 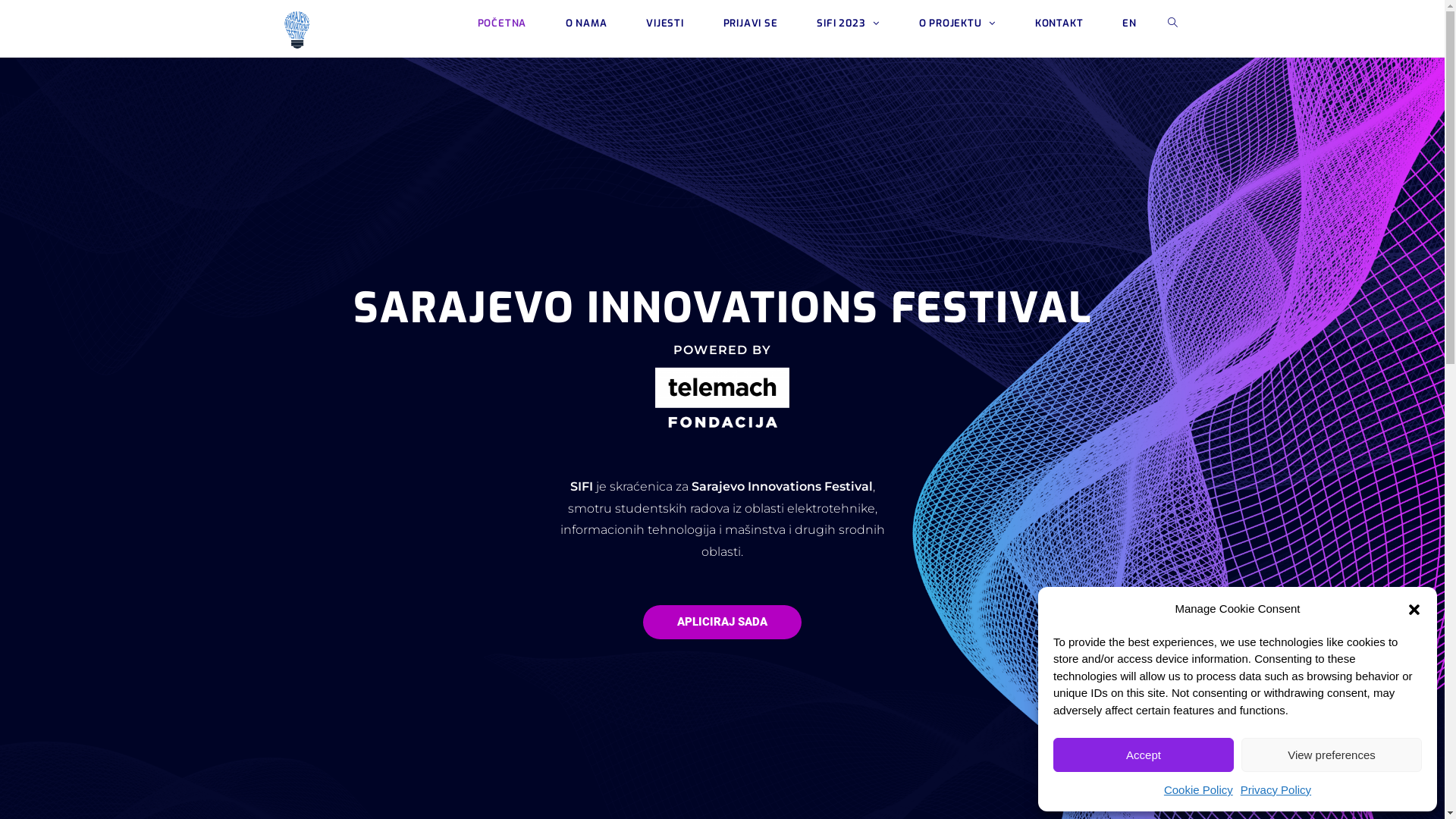 What do you see at coordinates (1058, 23) in the screenshot?
I see `'KONTAKT'` at bounding box center [1058, 23].